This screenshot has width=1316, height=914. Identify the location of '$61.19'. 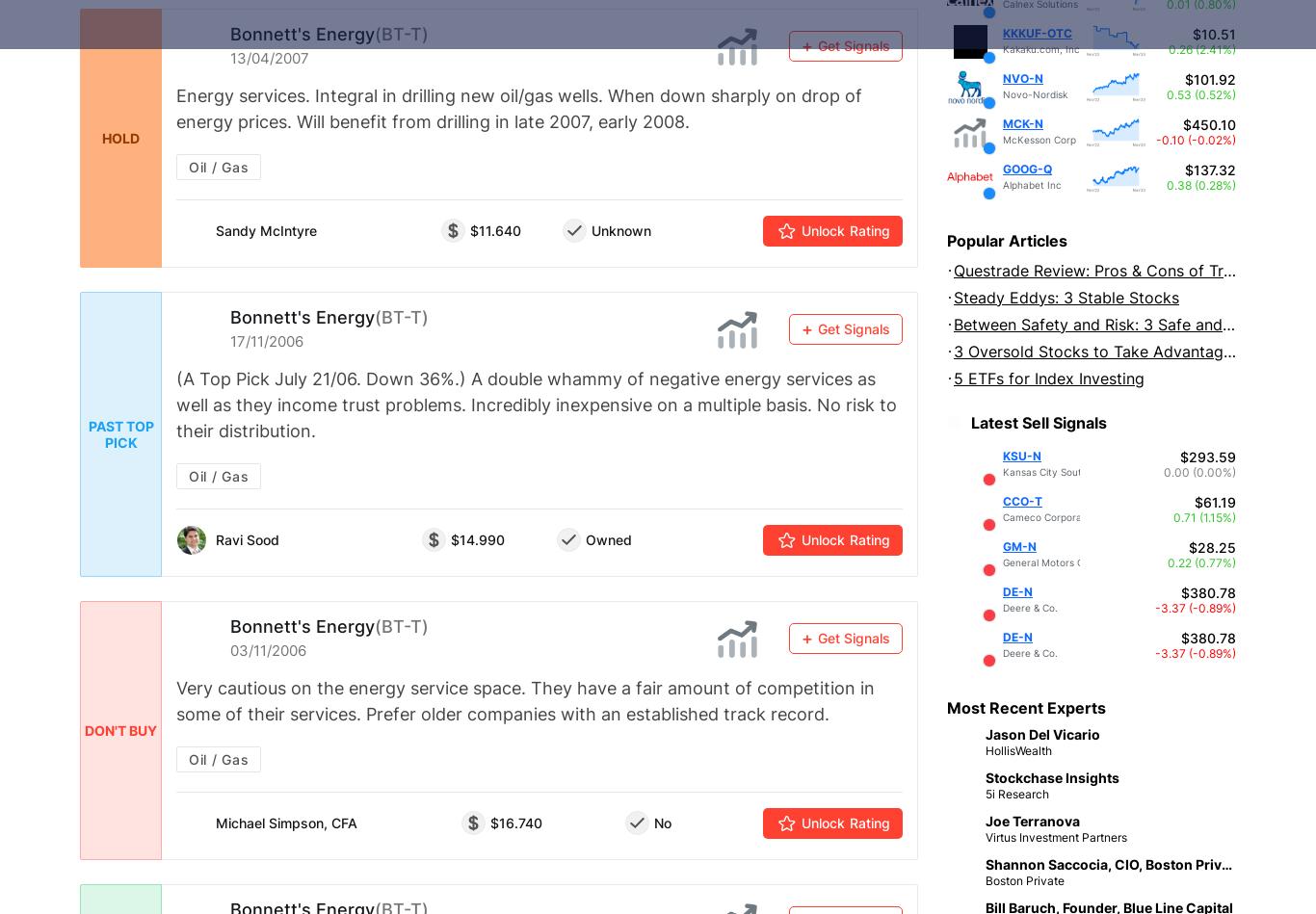
(1214, 500).